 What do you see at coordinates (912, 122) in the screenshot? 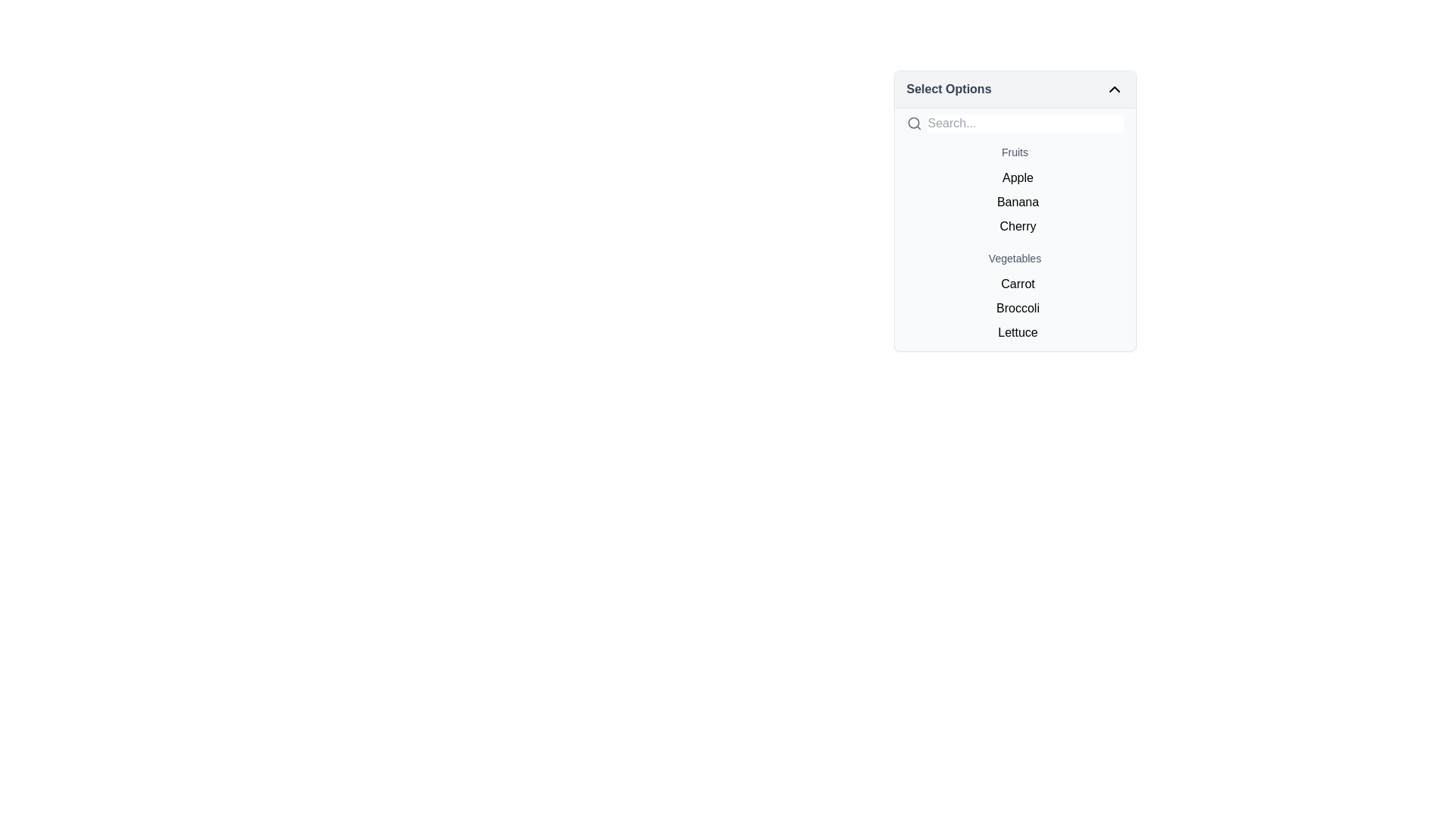
I see `the circular part of the magnifying glass icon located in the top left corner of the 'Select Options' dropdown menu` at bounding box center [912, 122].